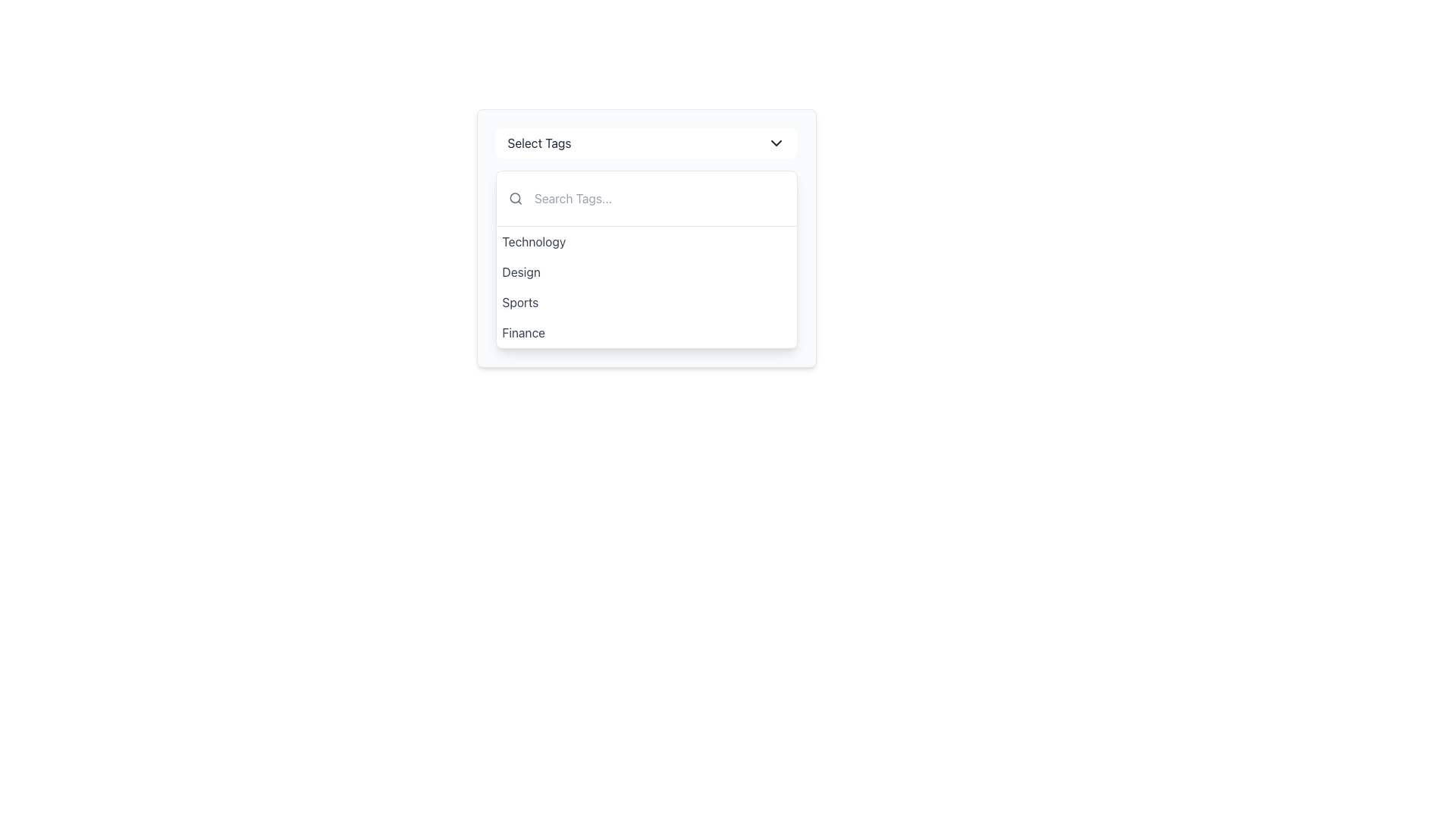  What do you see at coordinates (646, 271) in the screenshot?
I see `the 'Design' menu item in the dropdown list to trigger the hover effect, which is the second option below 'Technology'` at bounding box center [646, 271].